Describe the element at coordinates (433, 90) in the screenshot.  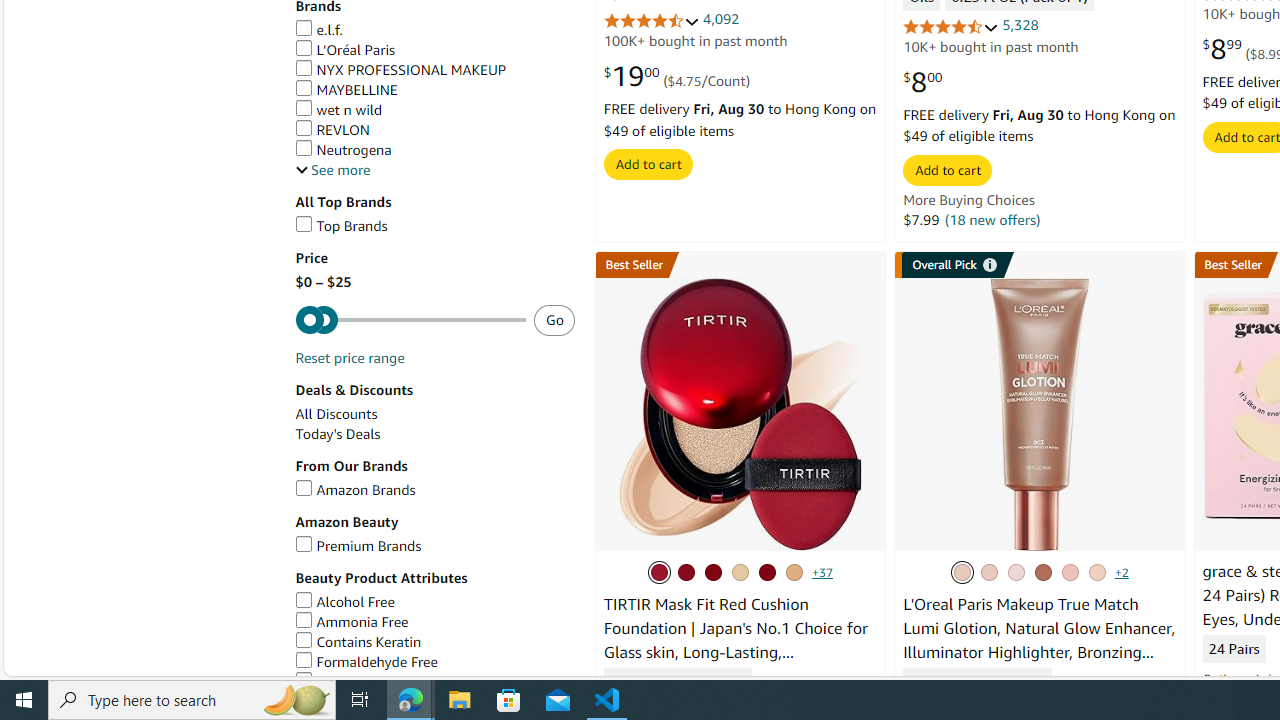
I see `'MAYBELLINE'` at that location.